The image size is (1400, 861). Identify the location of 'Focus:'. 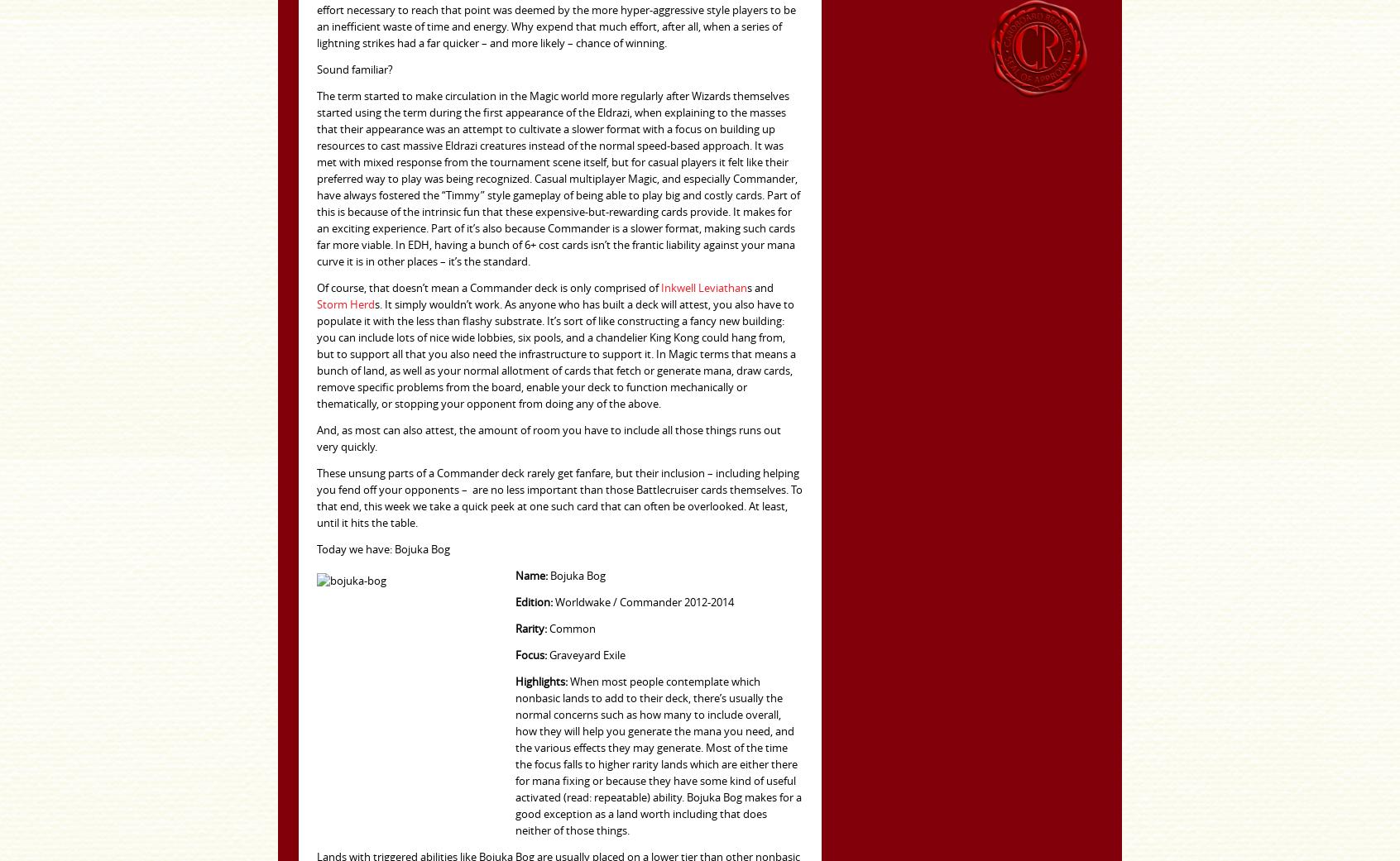
(530, 655).